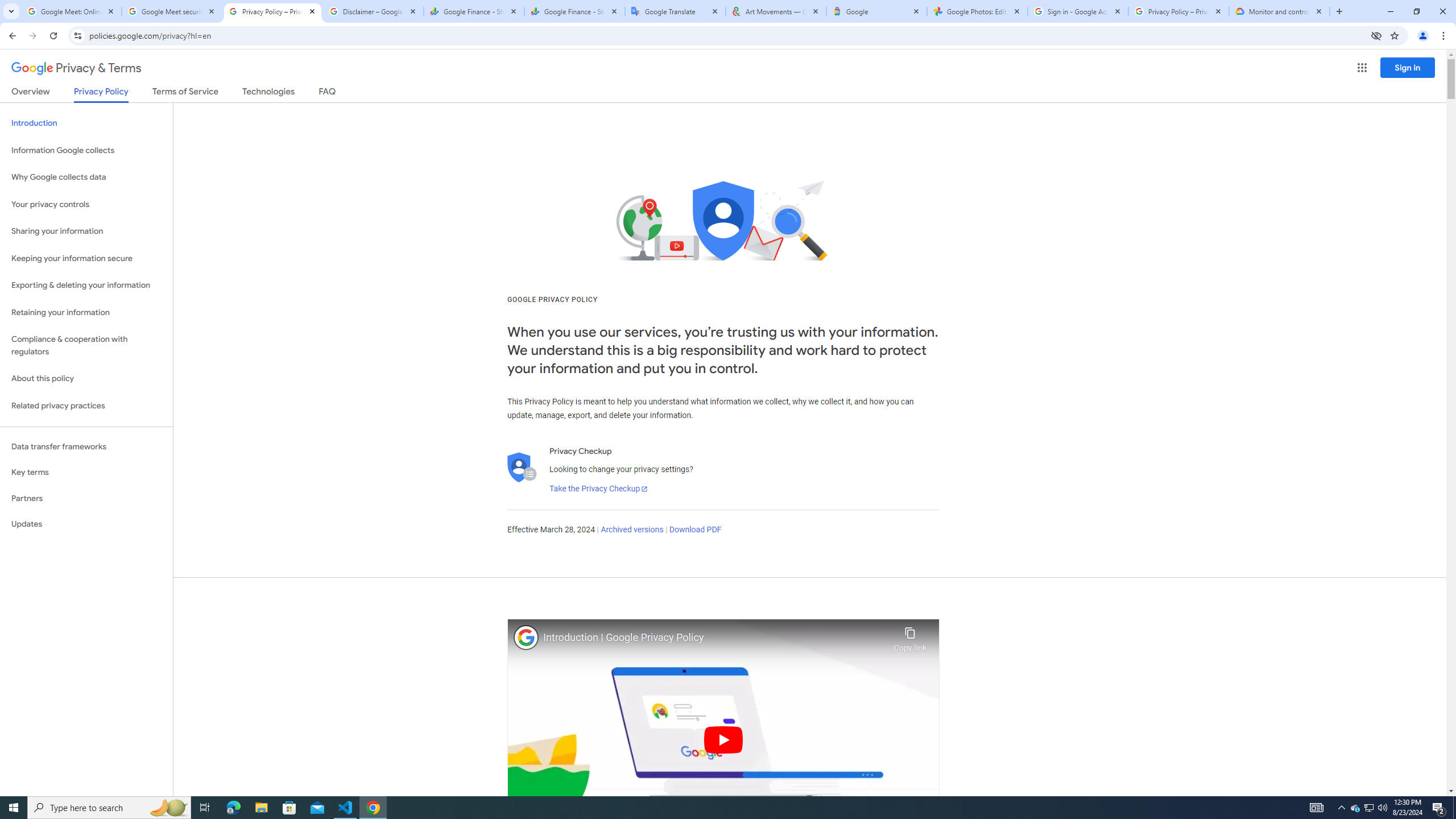 The image size is (1456, 819). What do you see at coordinates (876, 11) in the screenshot?
I see `'Google'` at bounding box center [876, 11].